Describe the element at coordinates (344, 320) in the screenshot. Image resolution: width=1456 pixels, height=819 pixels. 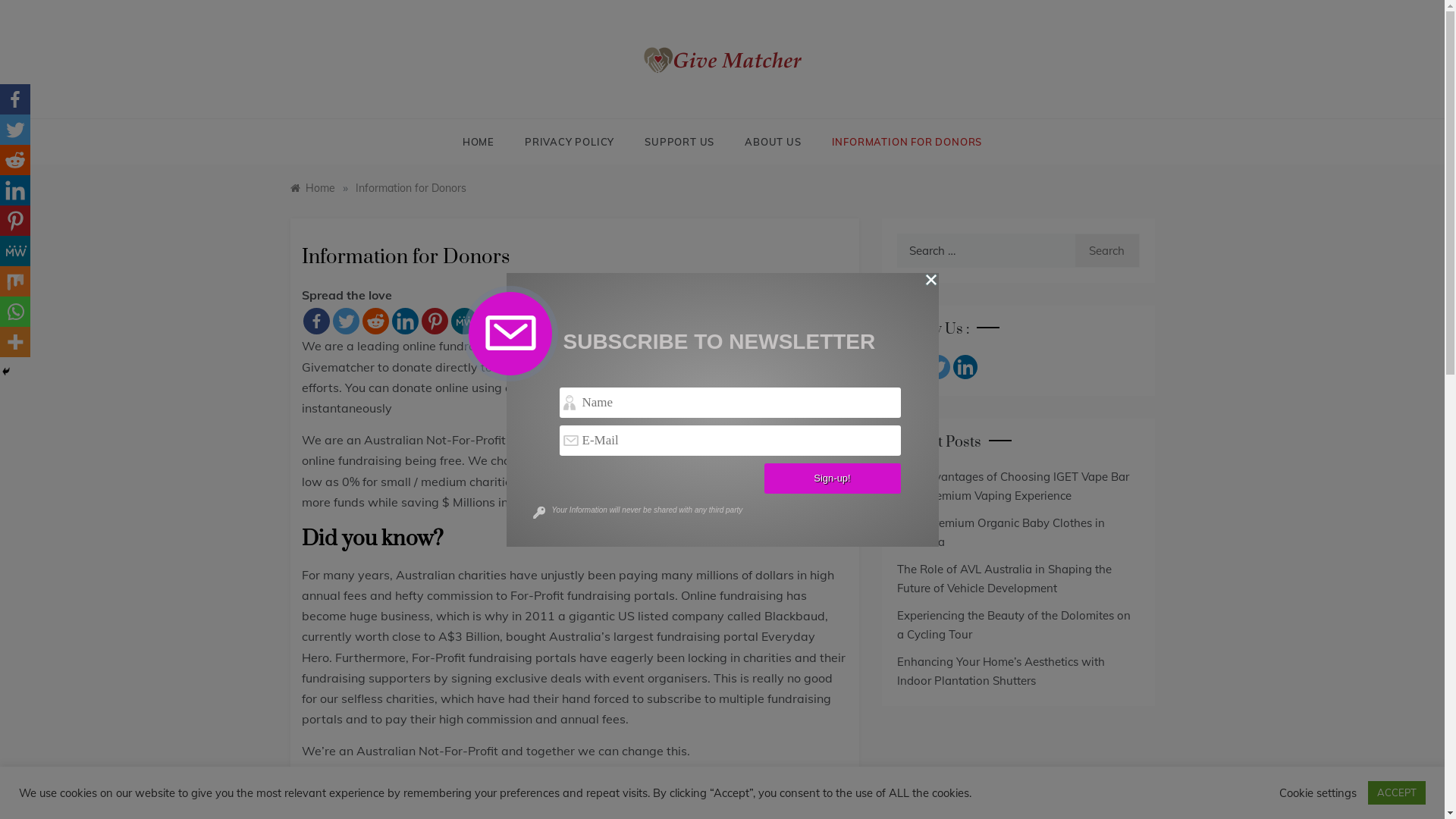
I see `'Twitter'` at that location.